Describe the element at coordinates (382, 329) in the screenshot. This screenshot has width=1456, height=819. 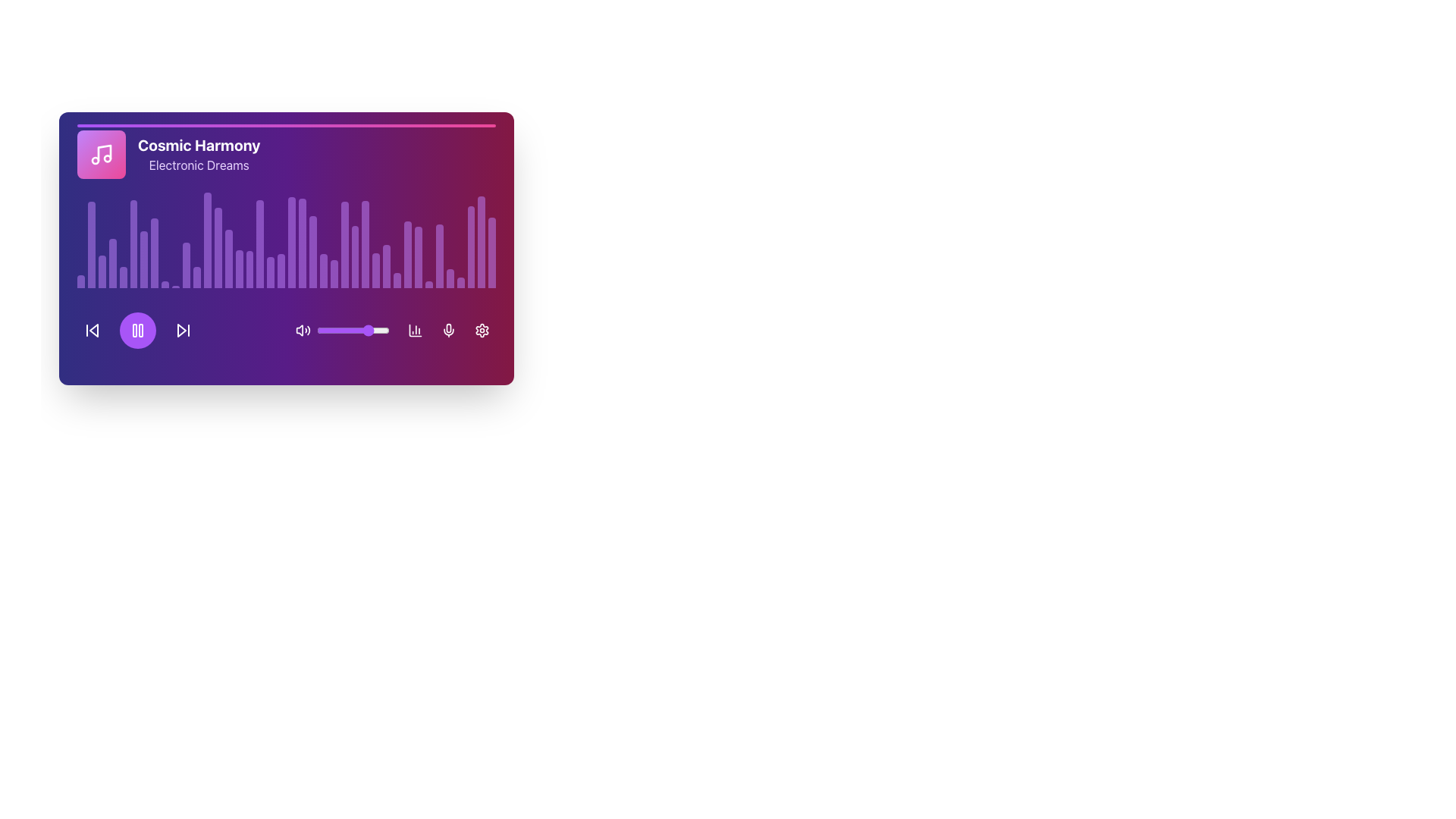
I see `the volume level` at that location.